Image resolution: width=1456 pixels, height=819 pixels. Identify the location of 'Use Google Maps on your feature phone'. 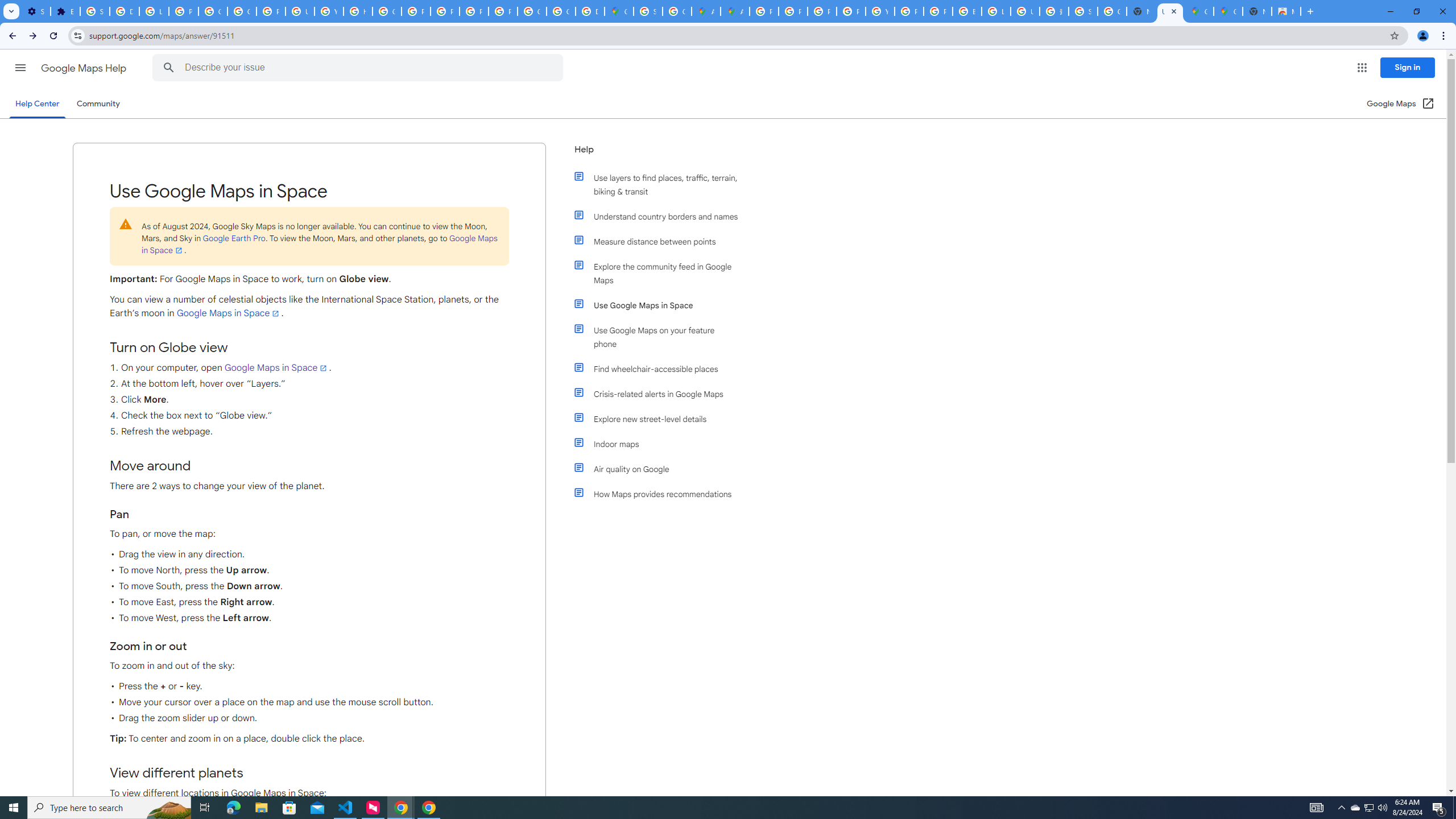
(661, 336).